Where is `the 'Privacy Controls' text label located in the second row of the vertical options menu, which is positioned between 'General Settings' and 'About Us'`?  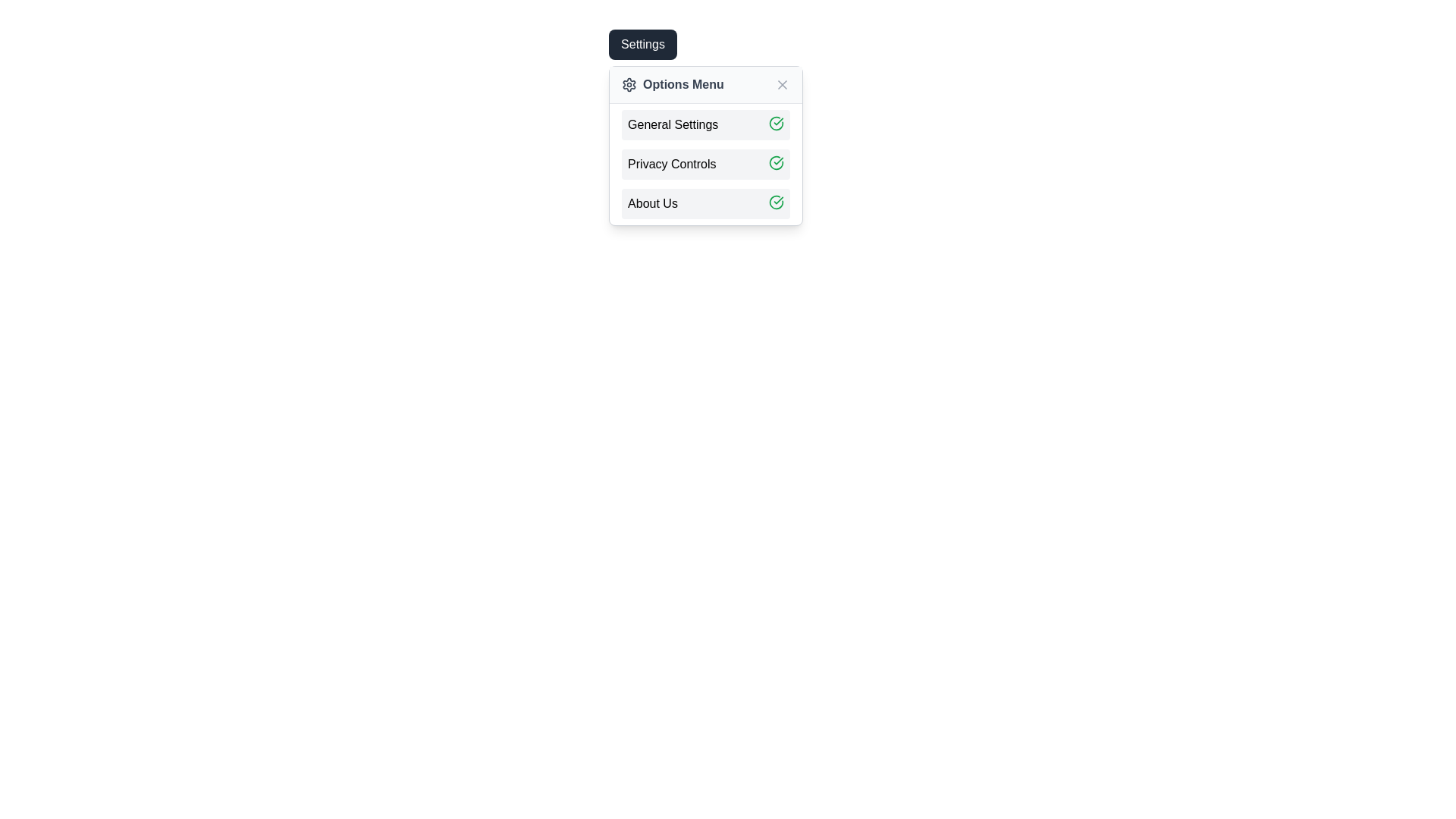
the 'Privacy Controls' text label located in the second row of the vertical options menu, which is positioned between 'General Settings' and 'About Us' is located at coordinates (671, 164).